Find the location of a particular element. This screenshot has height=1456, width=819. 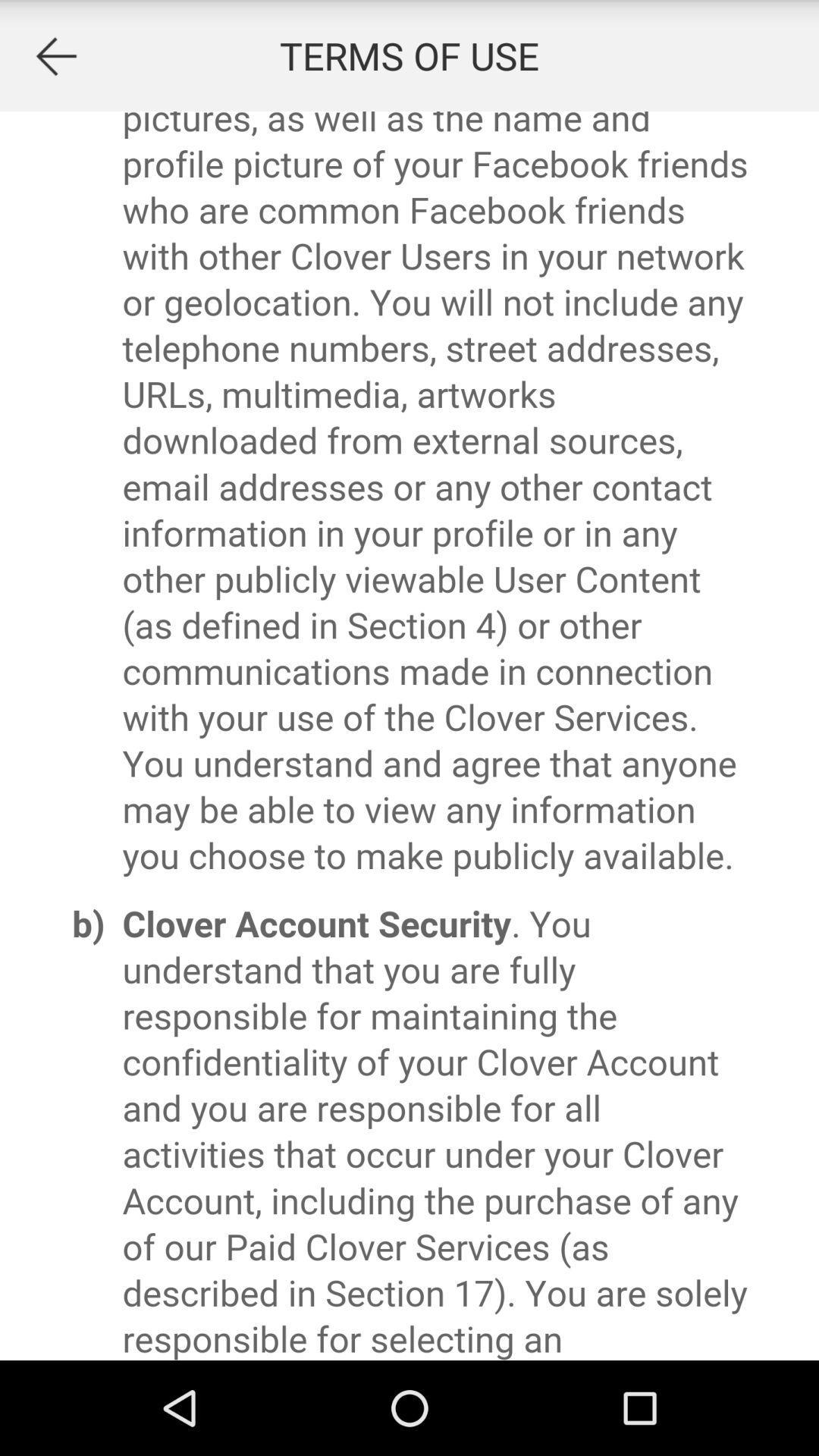

the arrow_backward icon is located at coordinates (55, 59).